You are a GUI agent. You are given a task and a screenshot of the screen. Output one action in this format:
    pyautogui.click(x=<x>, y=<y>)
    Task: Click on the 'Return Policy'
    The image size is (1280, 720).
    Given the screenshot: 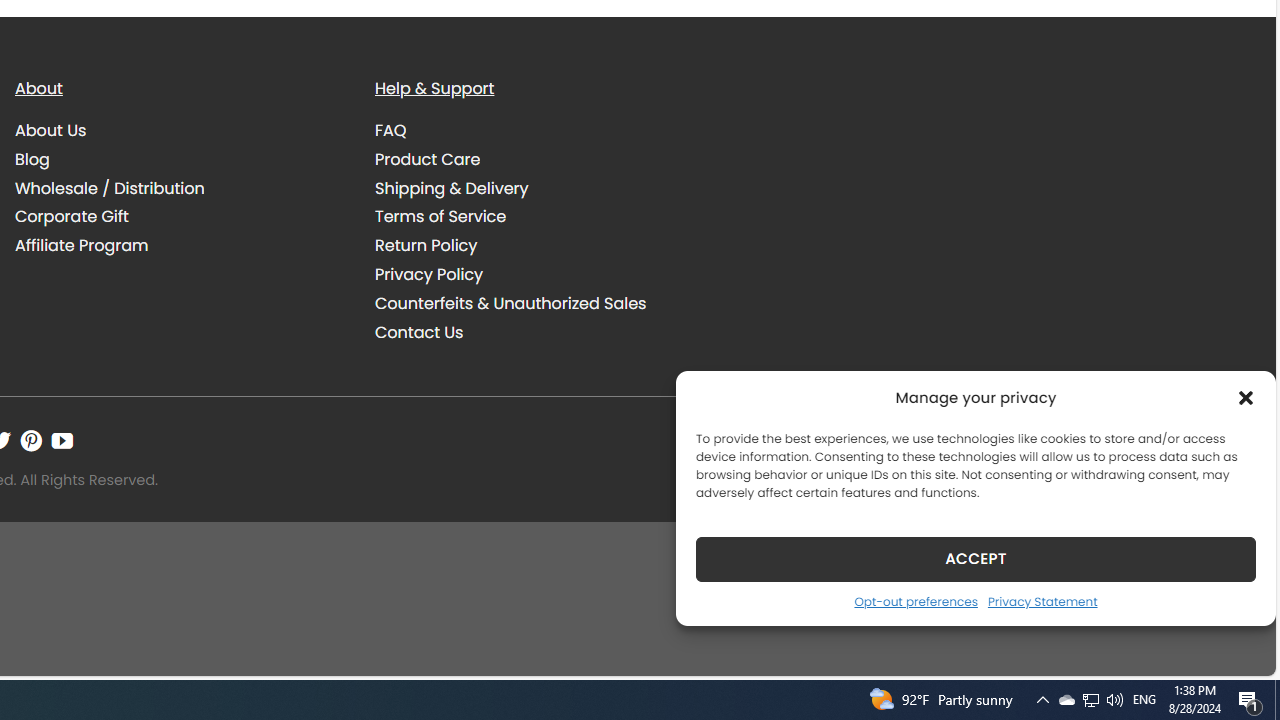 What is the action you would take?
    pyautogui.click(x=425, y=244)
    